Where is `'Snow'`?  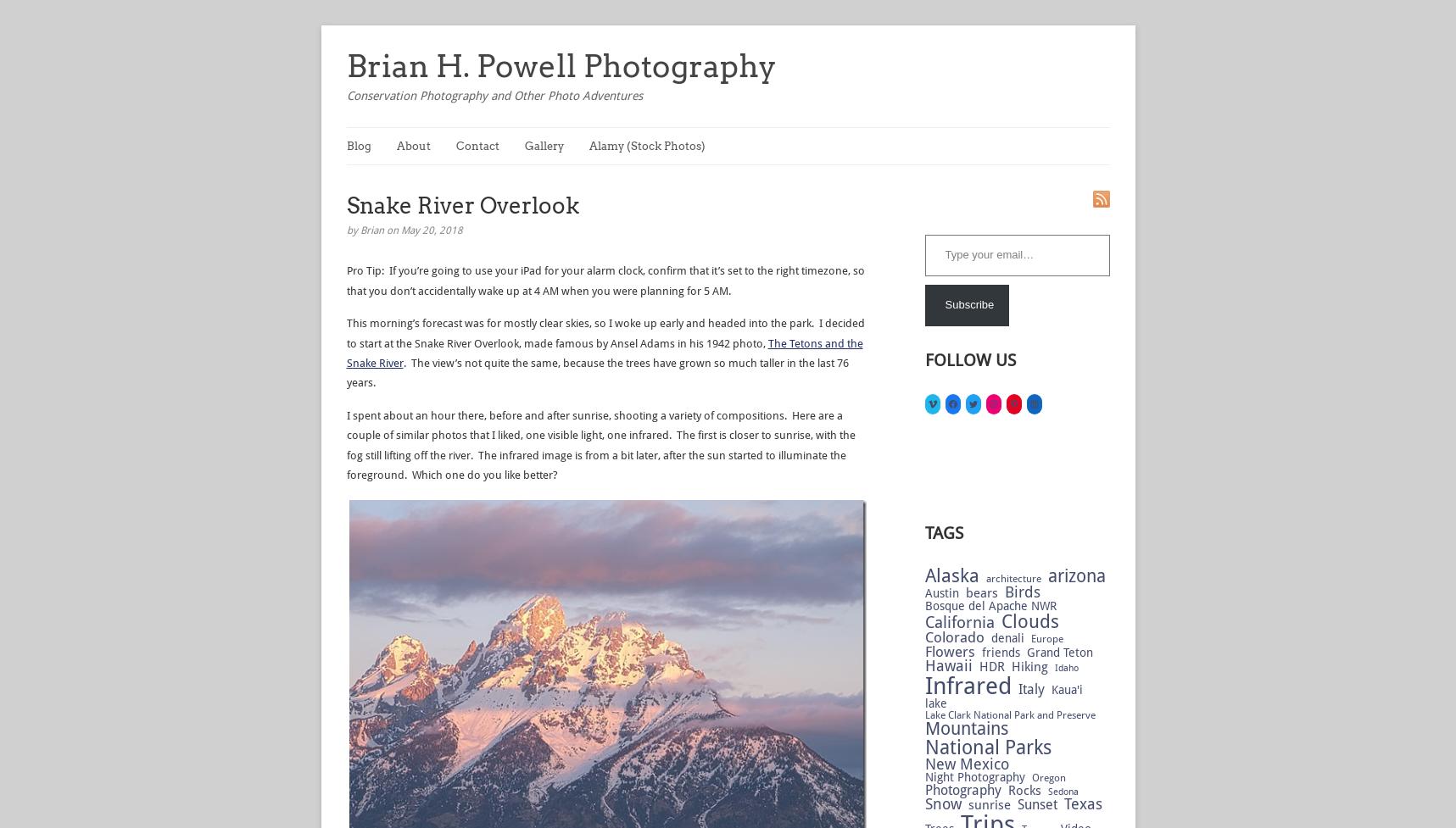 'Snow' is located at coordinates (942, 803).